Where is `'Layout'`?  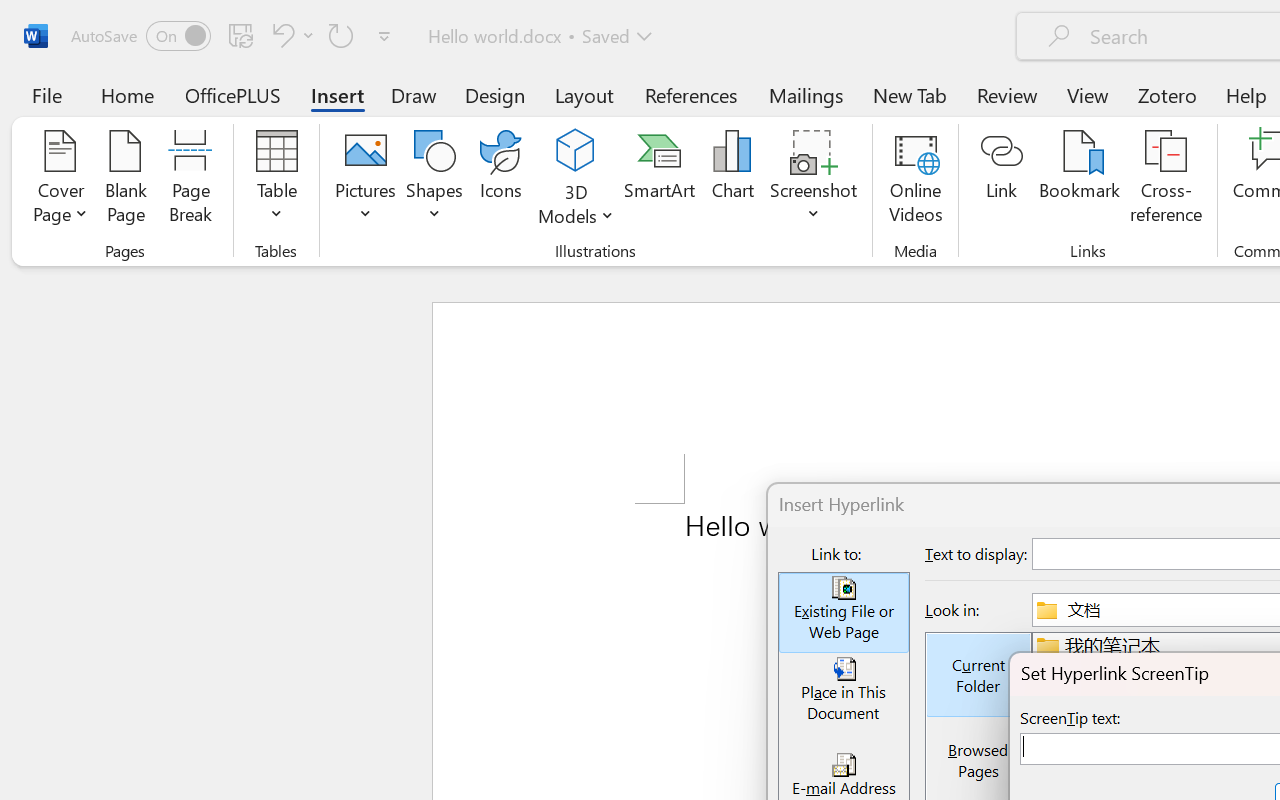 'Layout' is located at coordinates (583, 94).